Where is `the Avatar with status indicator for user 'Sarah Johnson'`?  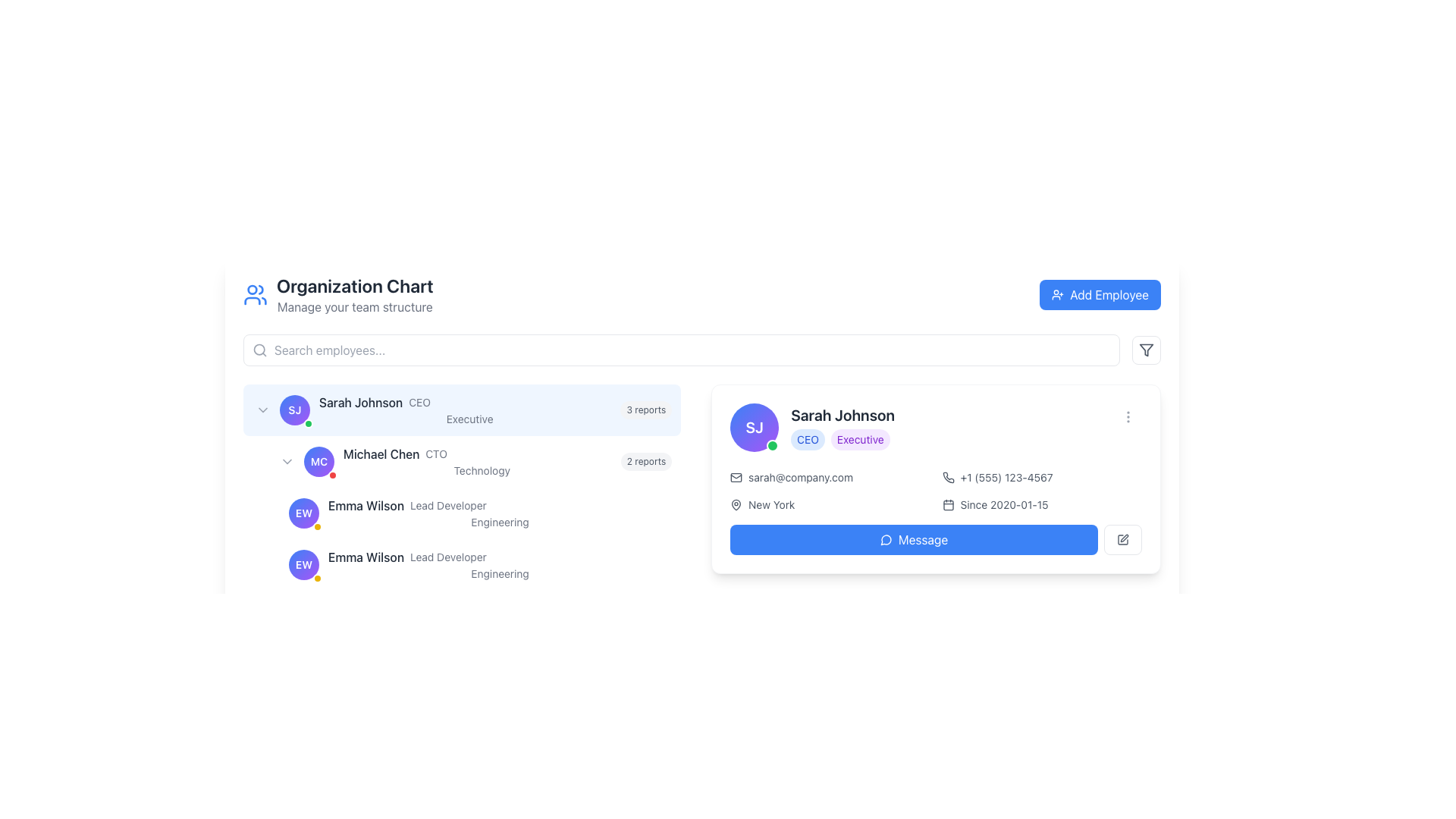
the Avatar with status indicator for user 'Sarah Johnson' is located at coordinates (294, 409).